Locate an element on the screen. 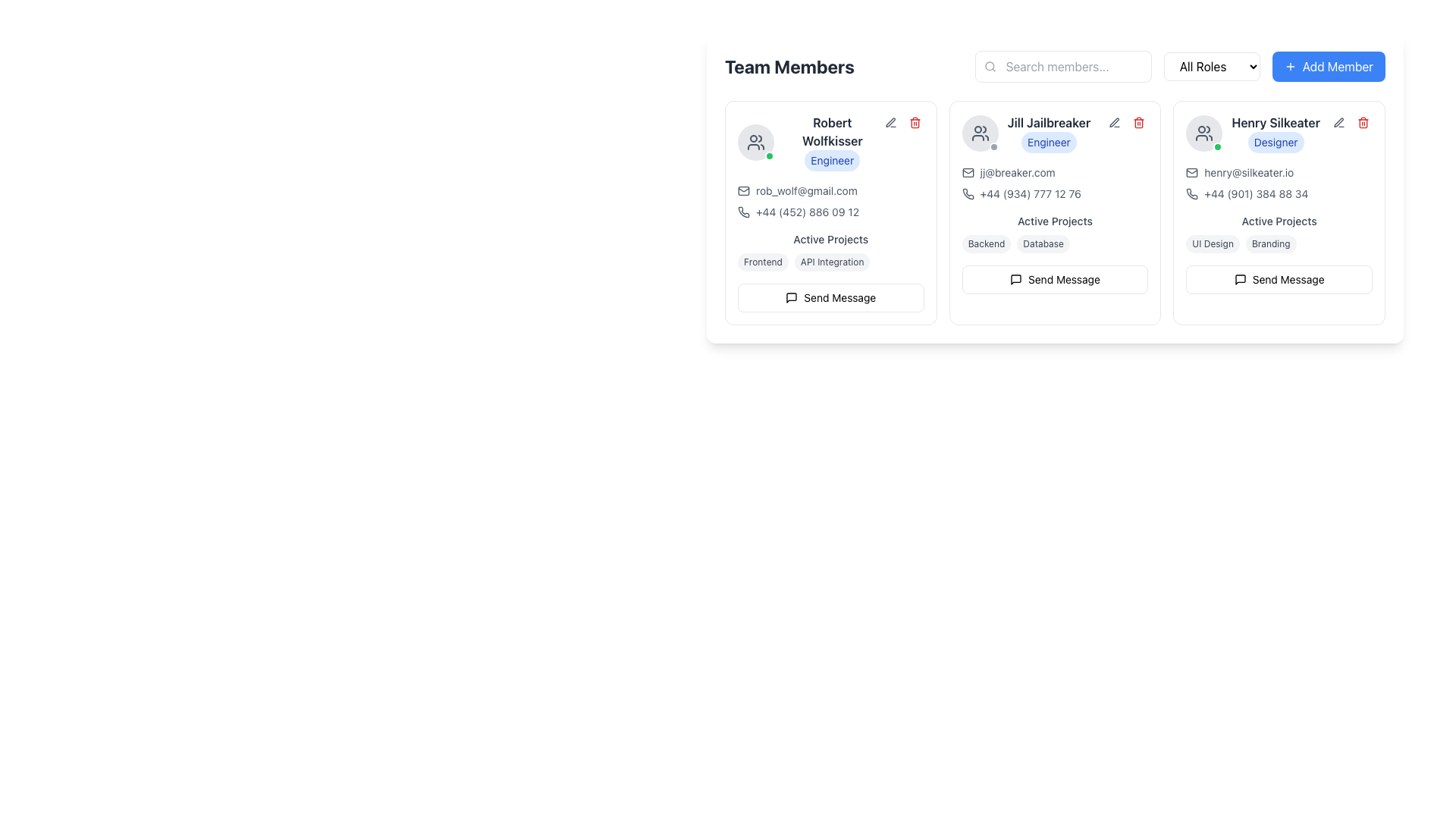 Image resolution: width=1456 pixels, height=819 pixels. the phone number text '+44 (452) 886 09 12' styled in grayish font, located under 'Robert Wolfkisser' and next to a phone icon is located at coordinates (807, 212).